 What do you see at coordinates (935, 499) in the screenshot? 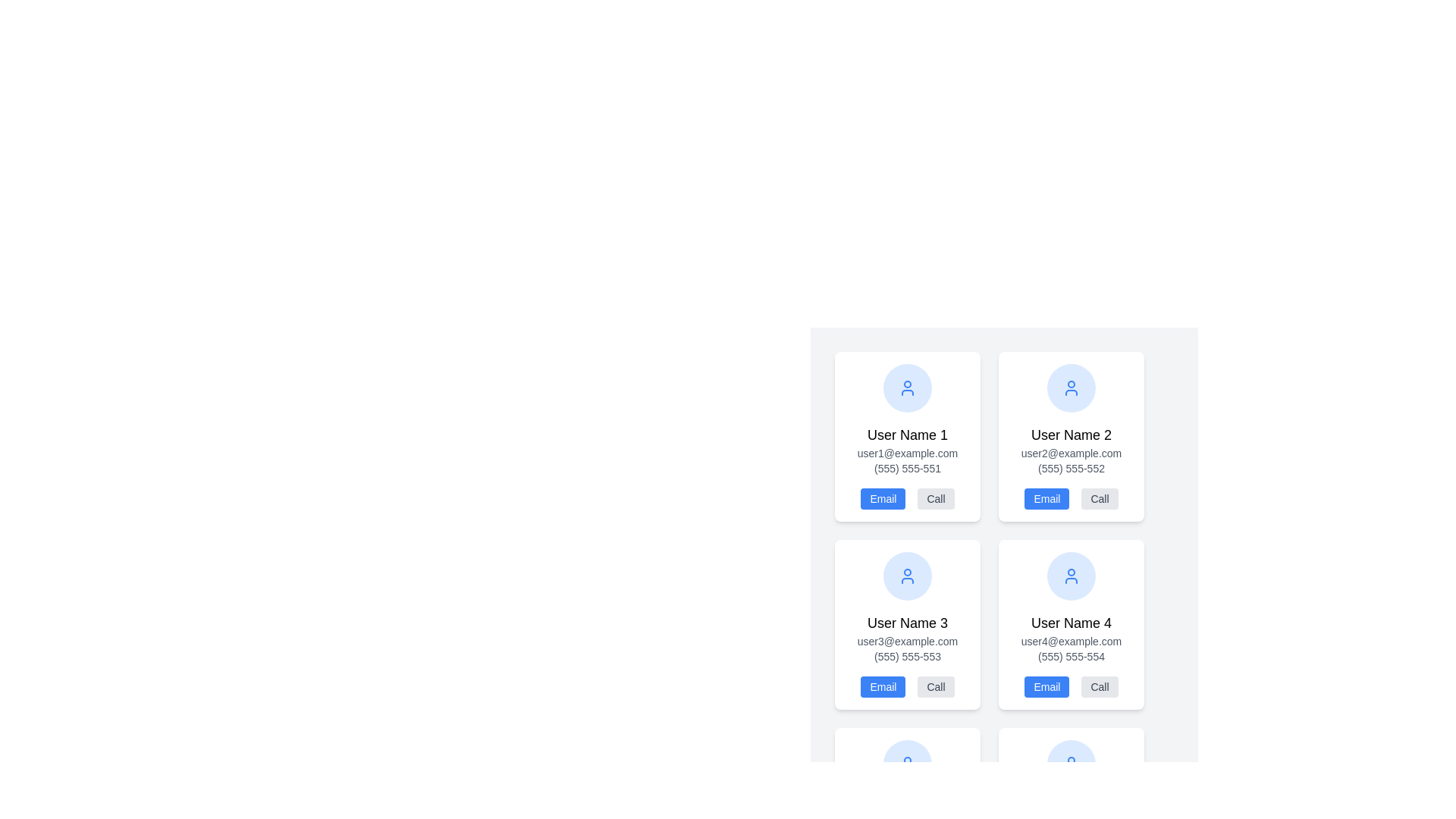
I see `the call action button located to the right of the 'Email' button at the bottom of the user card by` at bounding box center [935, 499].